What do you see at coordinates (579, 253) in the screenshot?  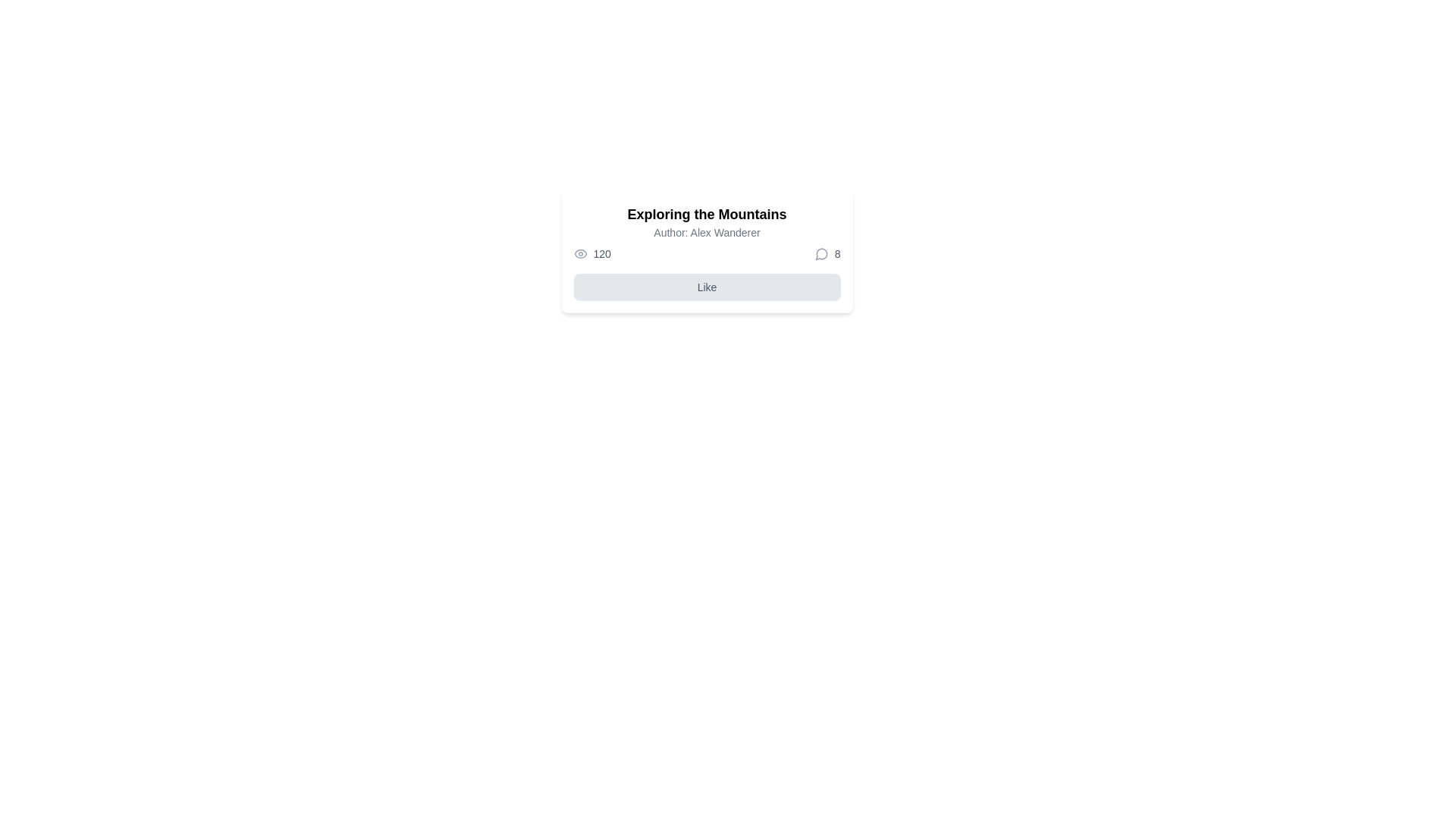 I see `the eye icon with a gray outline located to the left of the text '120'` at bounding box center [579, 253].